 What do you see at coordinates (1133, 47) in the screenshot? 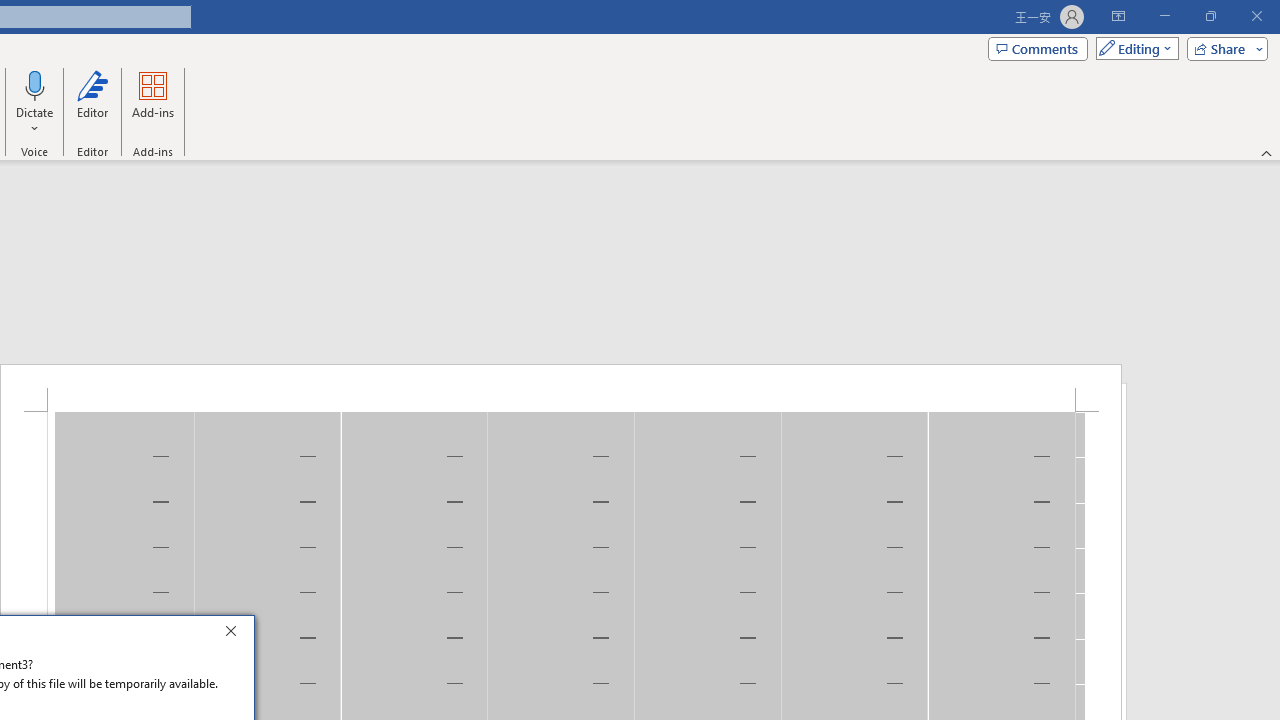
I see `'Mode'` at bounding box center [1133, 47].